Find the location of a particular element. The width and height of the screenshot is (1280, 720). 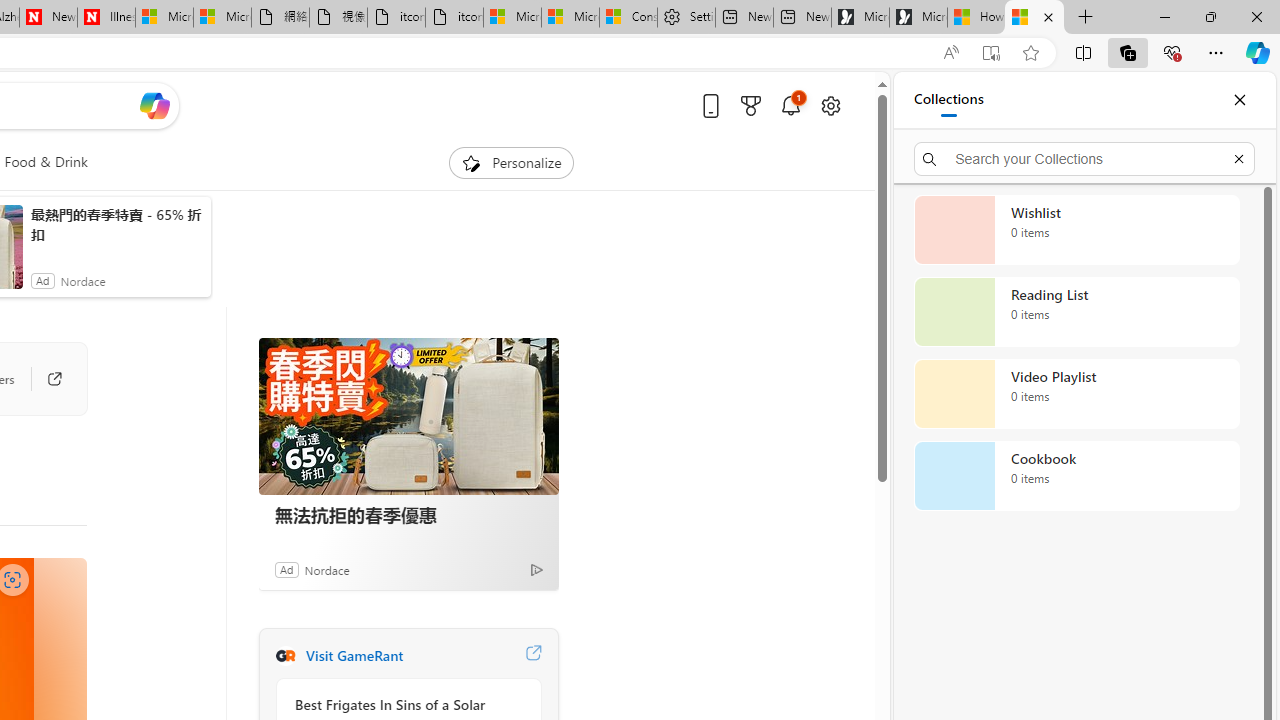

'Enter Immersive Reader (F9)' is located at coordinates (991, 52).